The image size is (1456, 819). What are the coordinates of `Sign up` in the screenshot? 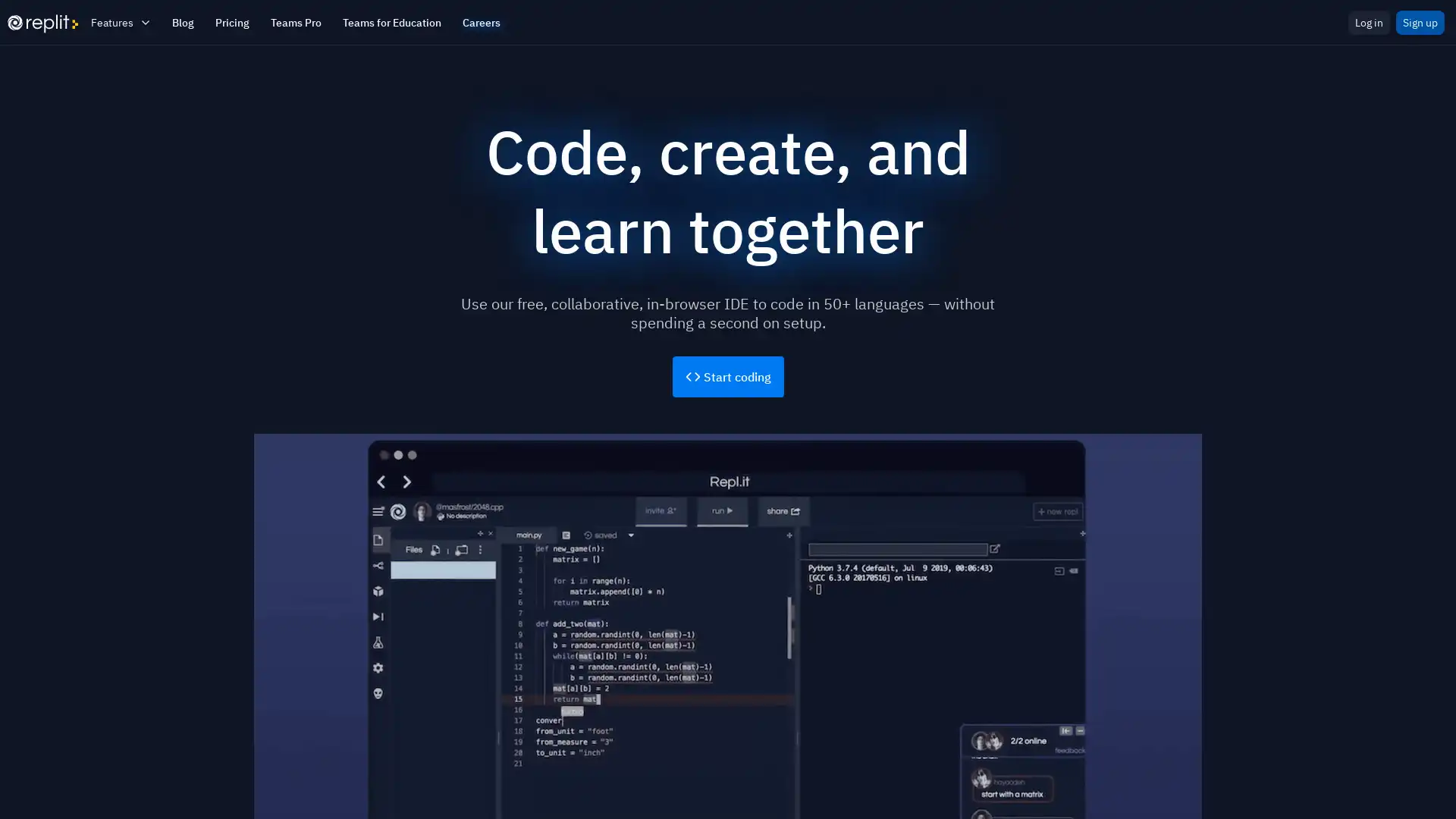 It's located at (1419, 23).